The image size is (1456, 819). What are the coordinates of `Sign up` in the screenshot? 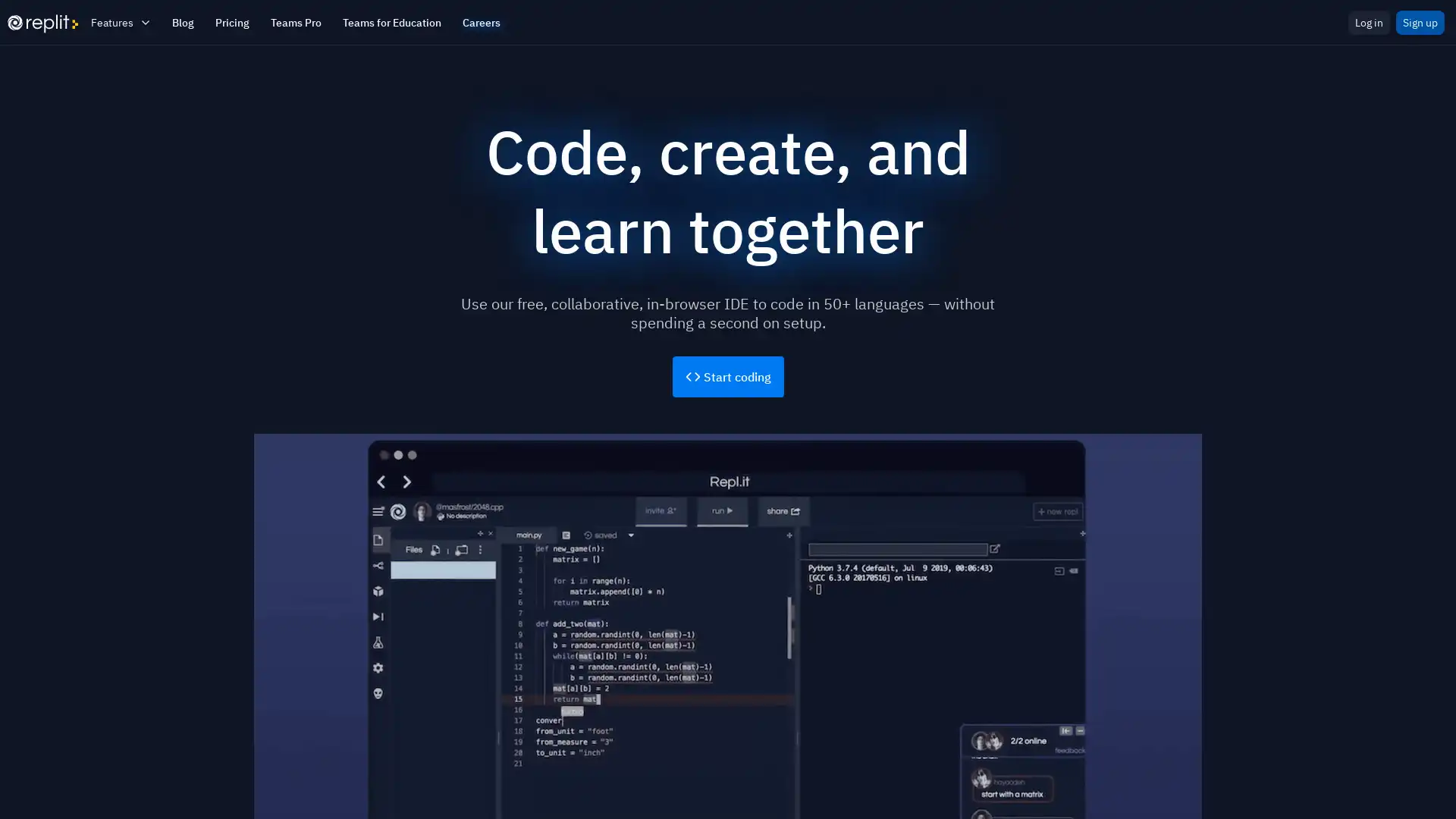 It's located at (1419, 23).